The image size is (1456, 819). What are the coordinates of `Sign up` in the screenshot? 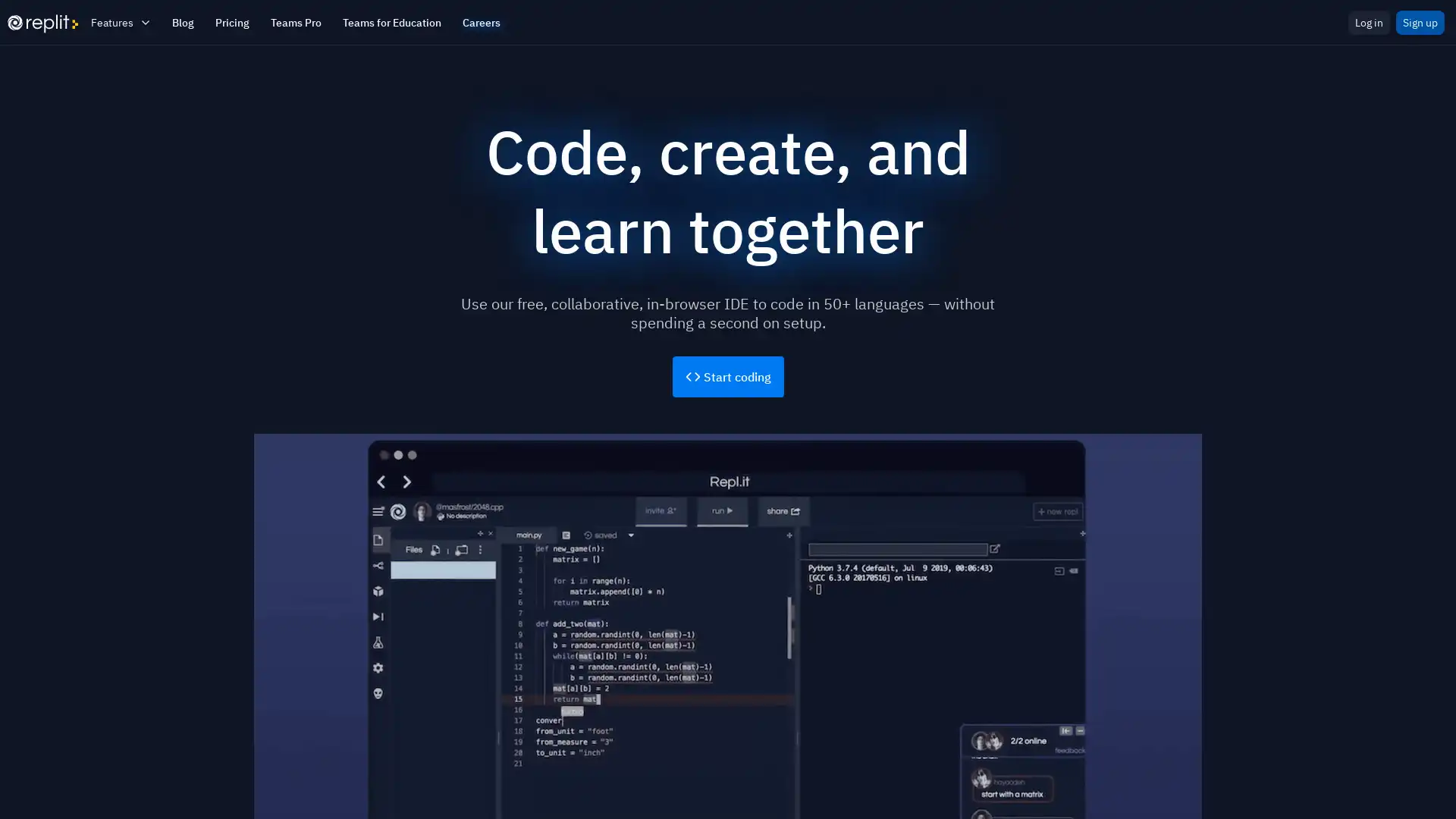 It's located at (1419, 23).